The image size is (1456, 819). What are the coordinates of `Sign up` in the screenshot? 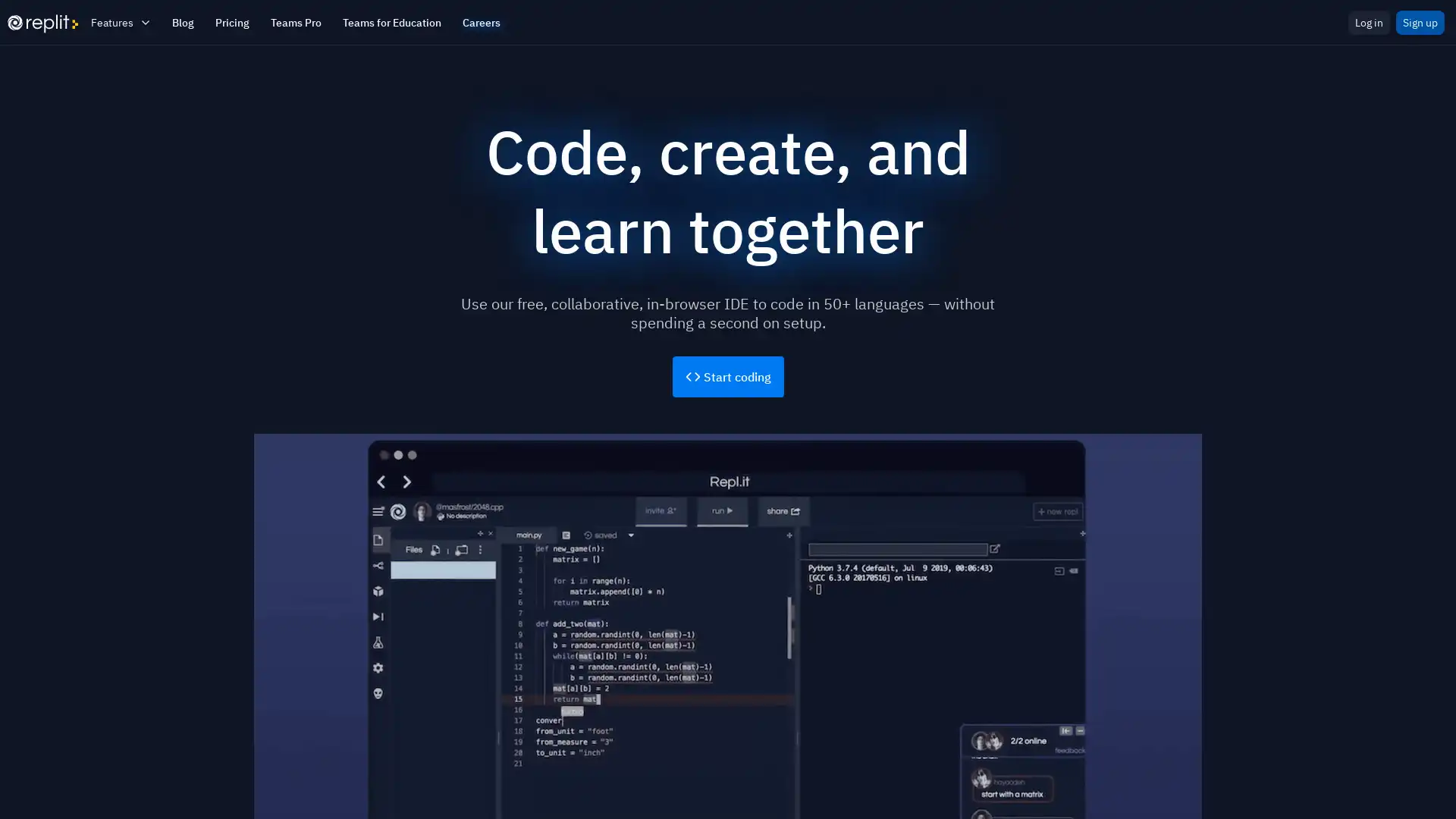 It's located at (1419, 23).